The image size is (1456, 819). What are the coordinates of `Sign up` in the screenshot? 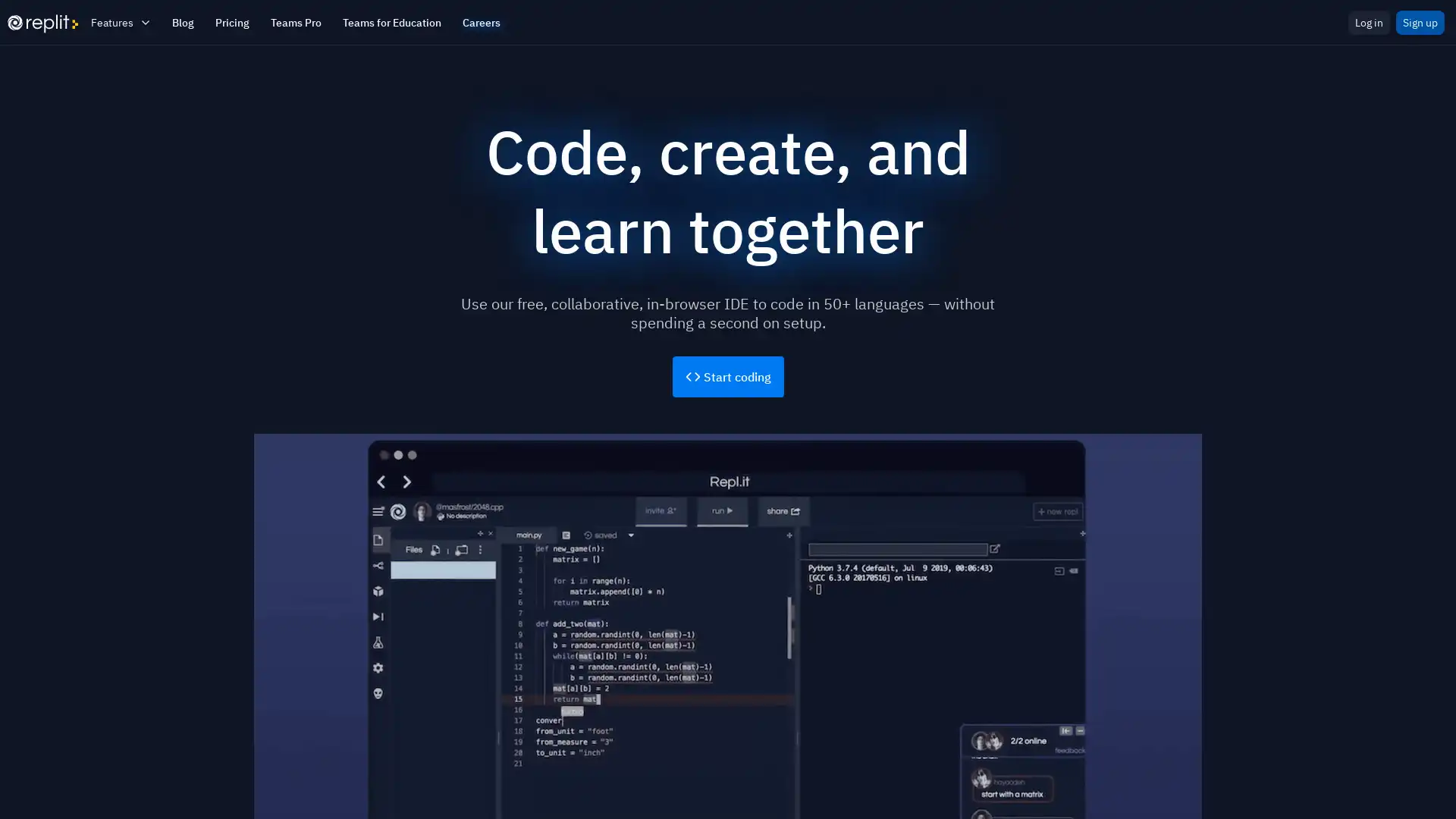 It's located at (1419, 23).